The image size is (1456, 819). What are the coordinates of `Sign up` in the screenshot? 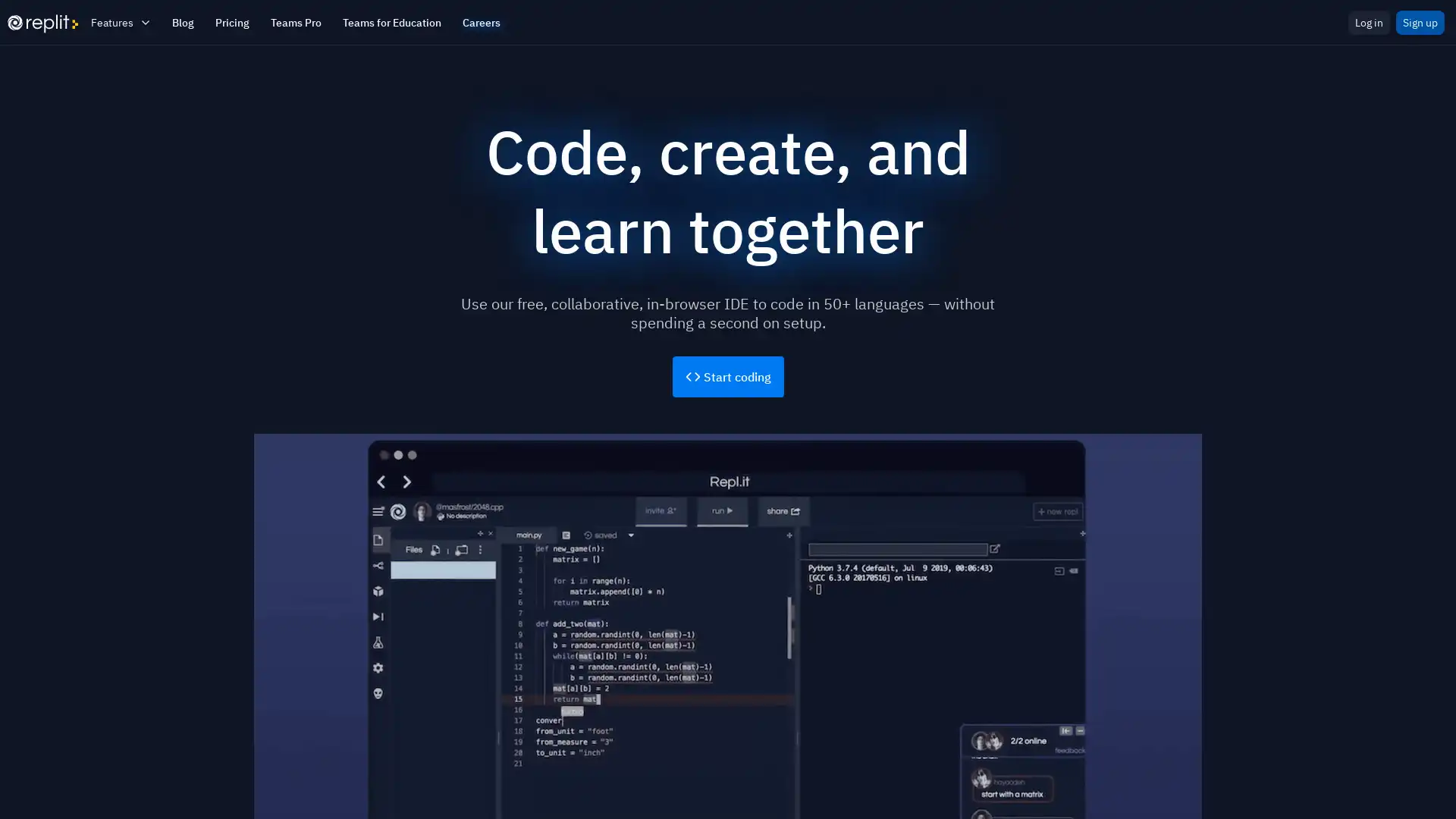 It's located at (1419, 23).